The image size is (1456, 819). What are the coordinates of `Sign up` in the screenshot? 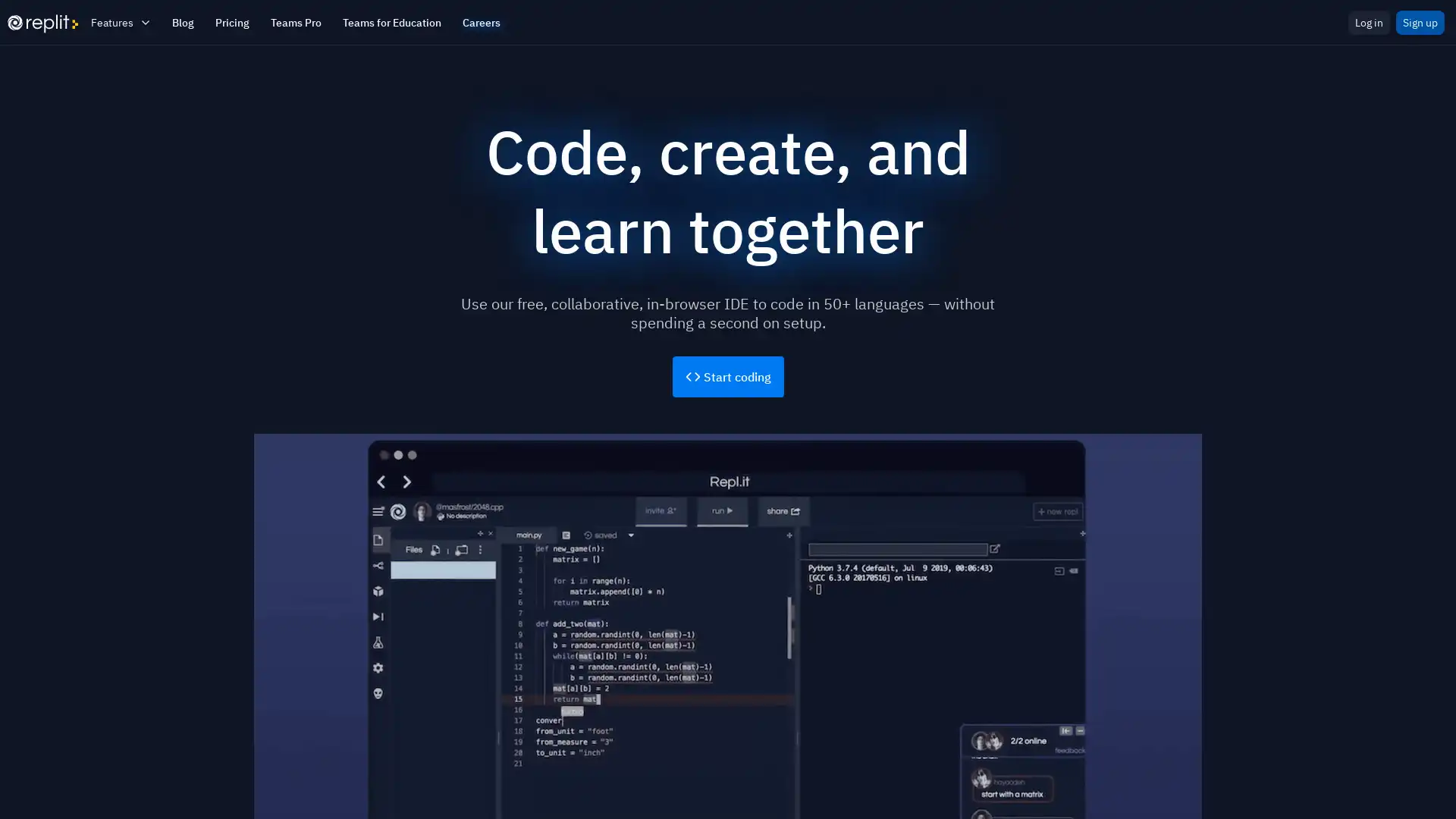 It's located at (1419, 23).